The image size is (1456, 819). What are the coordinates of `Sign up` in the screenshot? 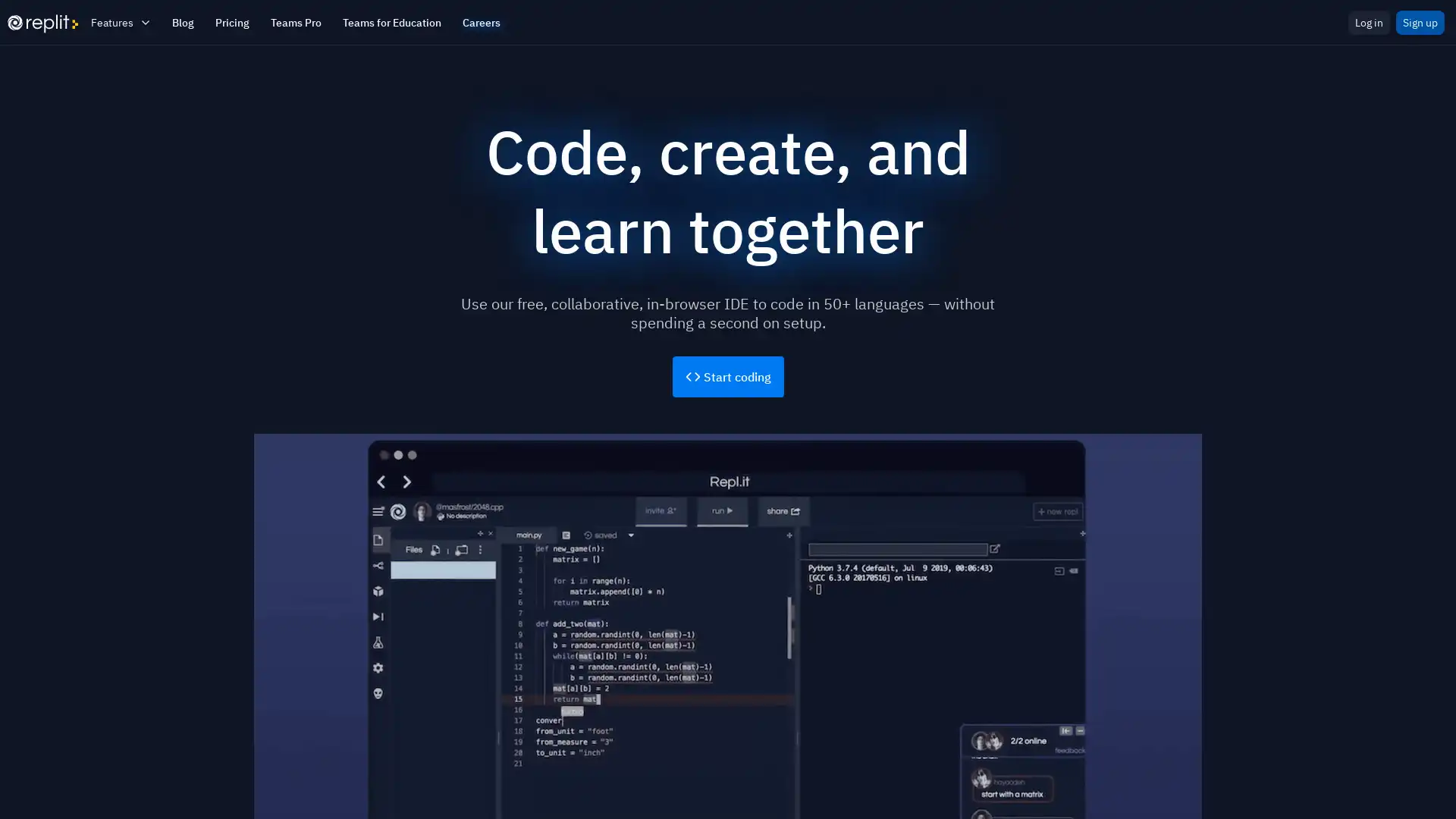 It's located at (1419, 23).